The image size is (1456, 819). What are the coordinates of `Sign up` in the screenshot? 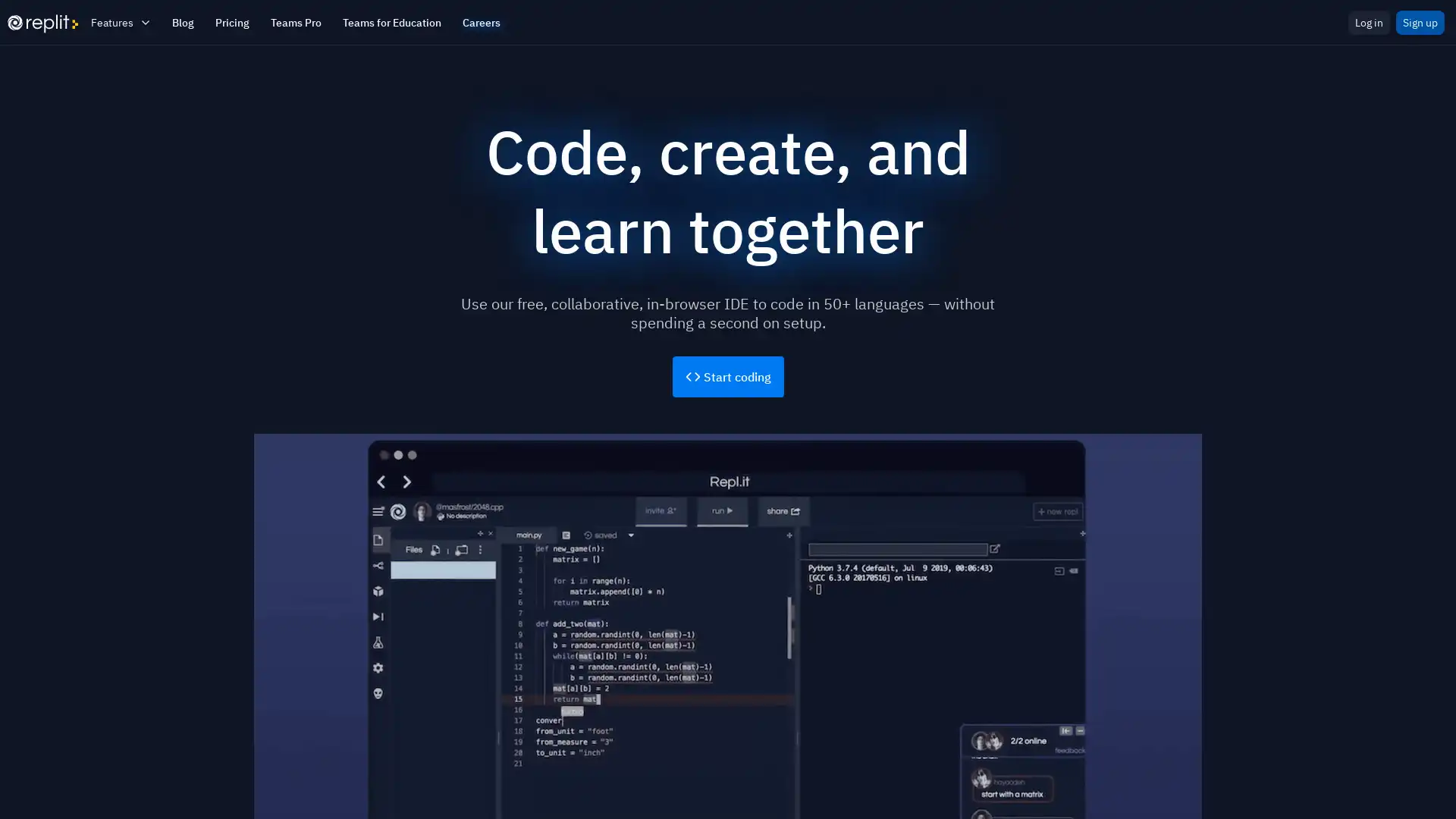 It's located at (1419, 23).